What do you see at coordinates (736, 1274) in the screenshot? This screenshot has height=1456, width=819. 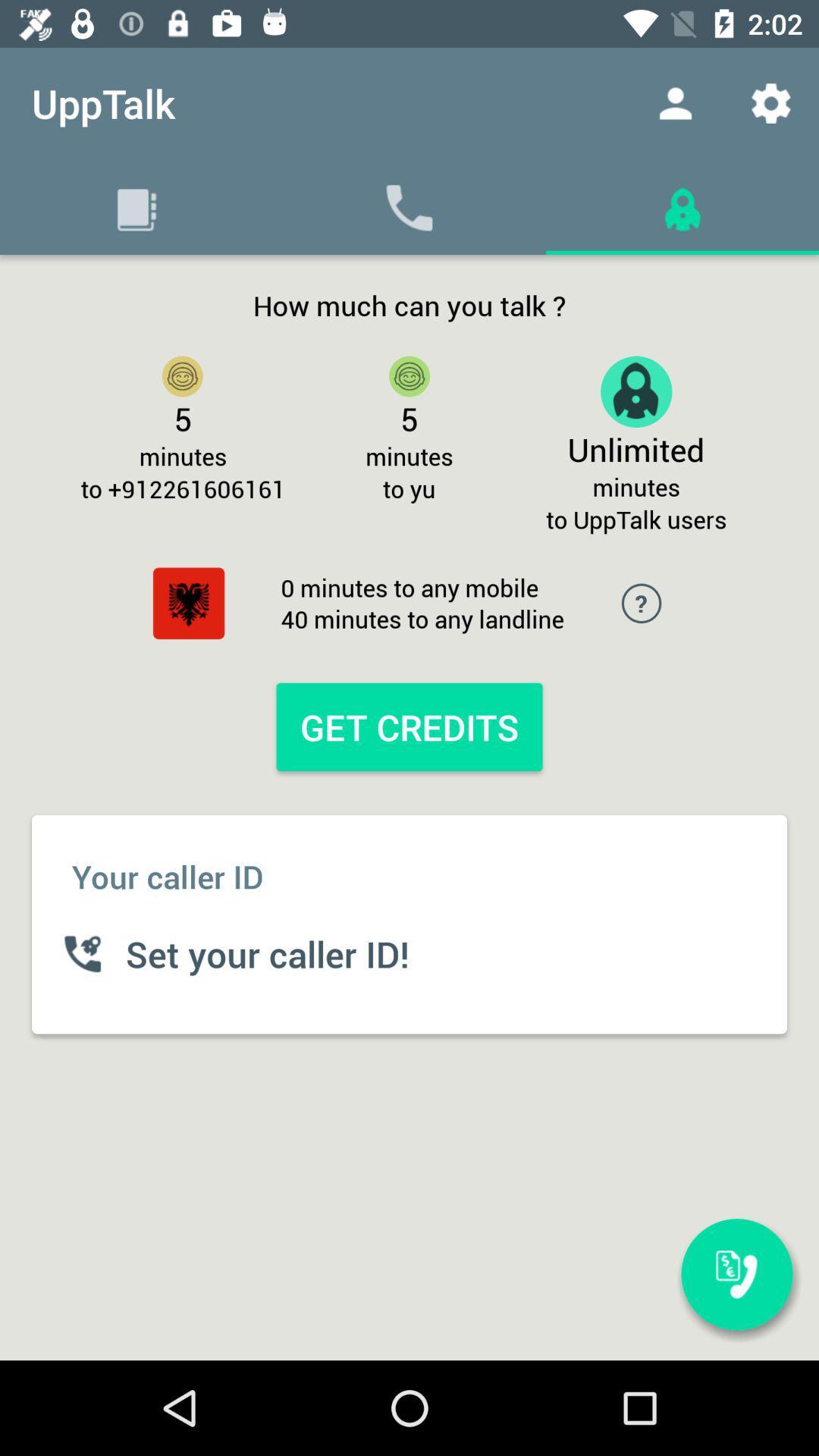 I see `icon at the bottom right corner` at bounding box center [736, 1274].